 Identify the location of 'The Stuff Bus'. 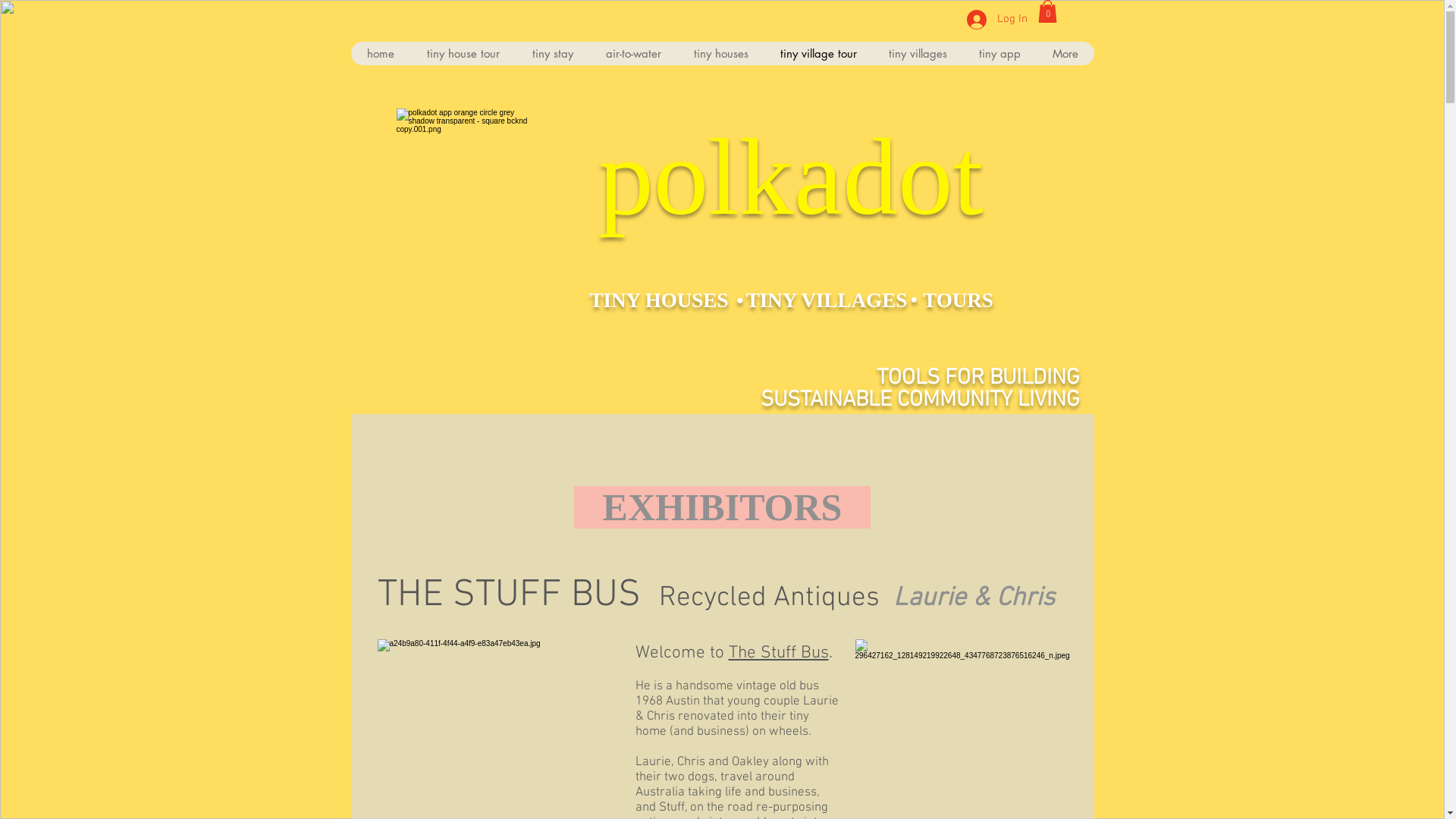
(778, 651).